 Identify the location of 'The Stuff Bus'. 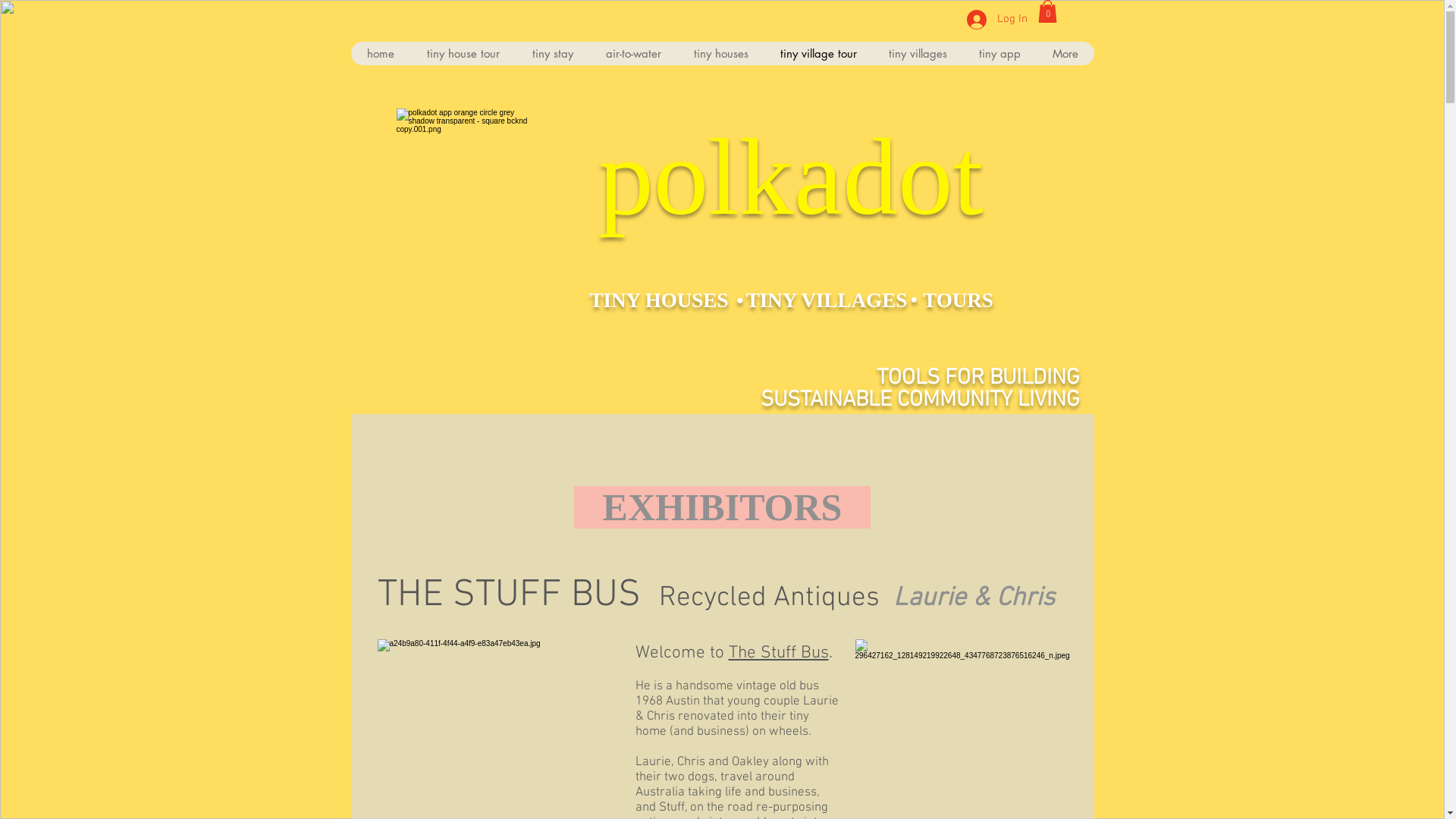
(778, 651).